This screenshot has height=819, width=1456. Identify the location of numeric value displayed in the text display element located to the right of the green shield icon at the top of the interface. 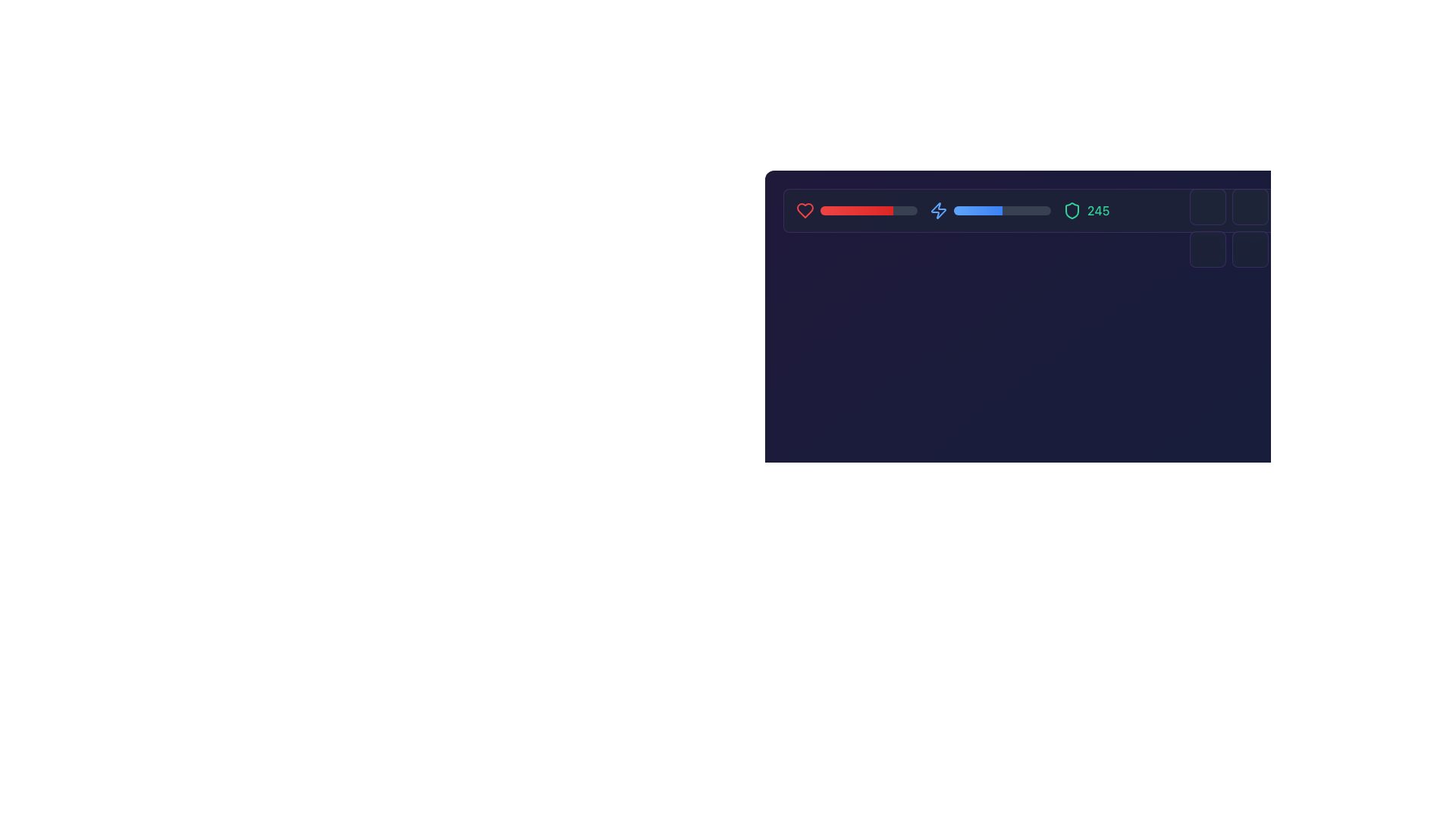
(1068, 210).